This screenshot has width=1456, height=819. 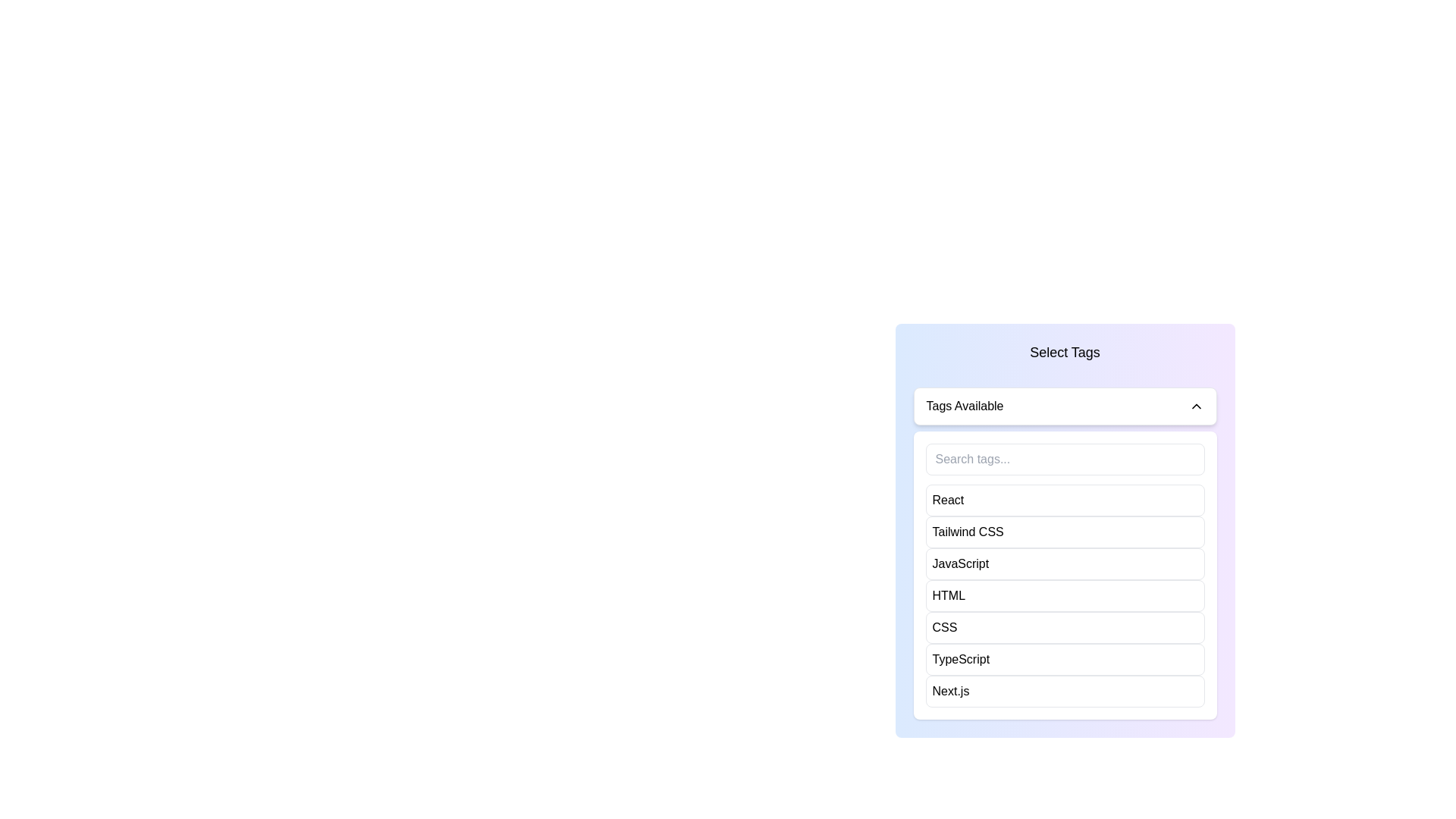 I want to click on the second list item labeled 'Tailwind CSS', so click(x=1064, y=532).